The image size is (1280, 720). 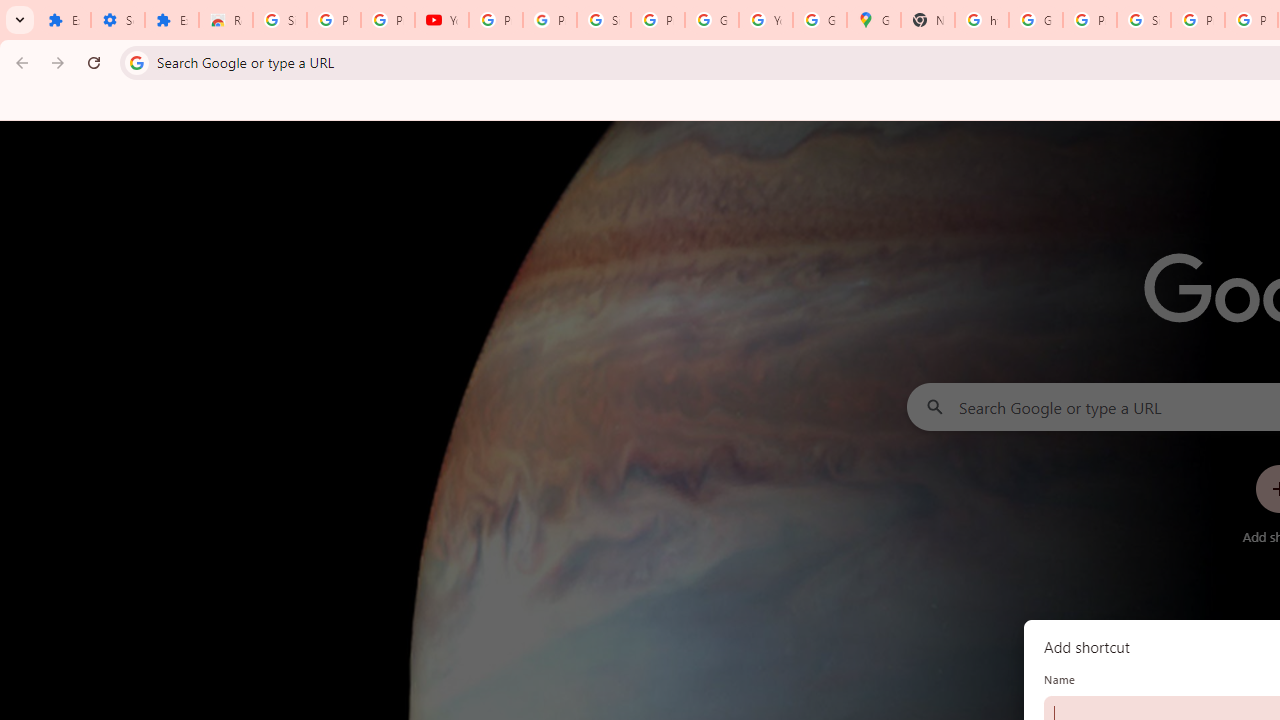 What do you see at coordinates (874, 20) in the screenshot?
I see `'Google Maps'` at bounding box center [874, 20].